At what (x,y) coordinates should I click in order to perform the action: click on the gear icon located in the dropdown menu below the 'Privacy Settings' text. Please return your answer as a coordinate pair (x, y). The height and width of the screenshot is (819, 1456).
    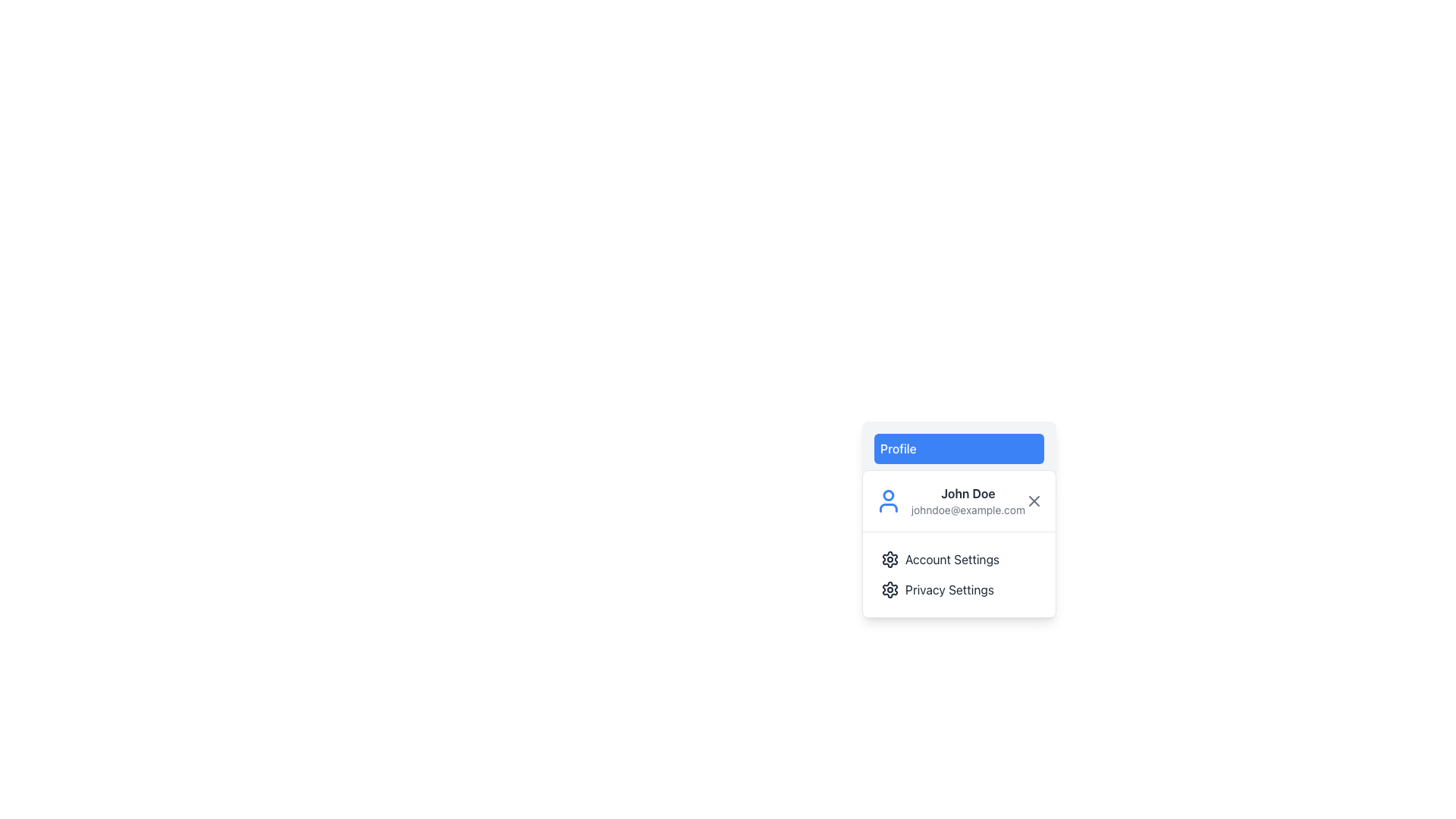
    Looking at the image, I should click on (890, 559).